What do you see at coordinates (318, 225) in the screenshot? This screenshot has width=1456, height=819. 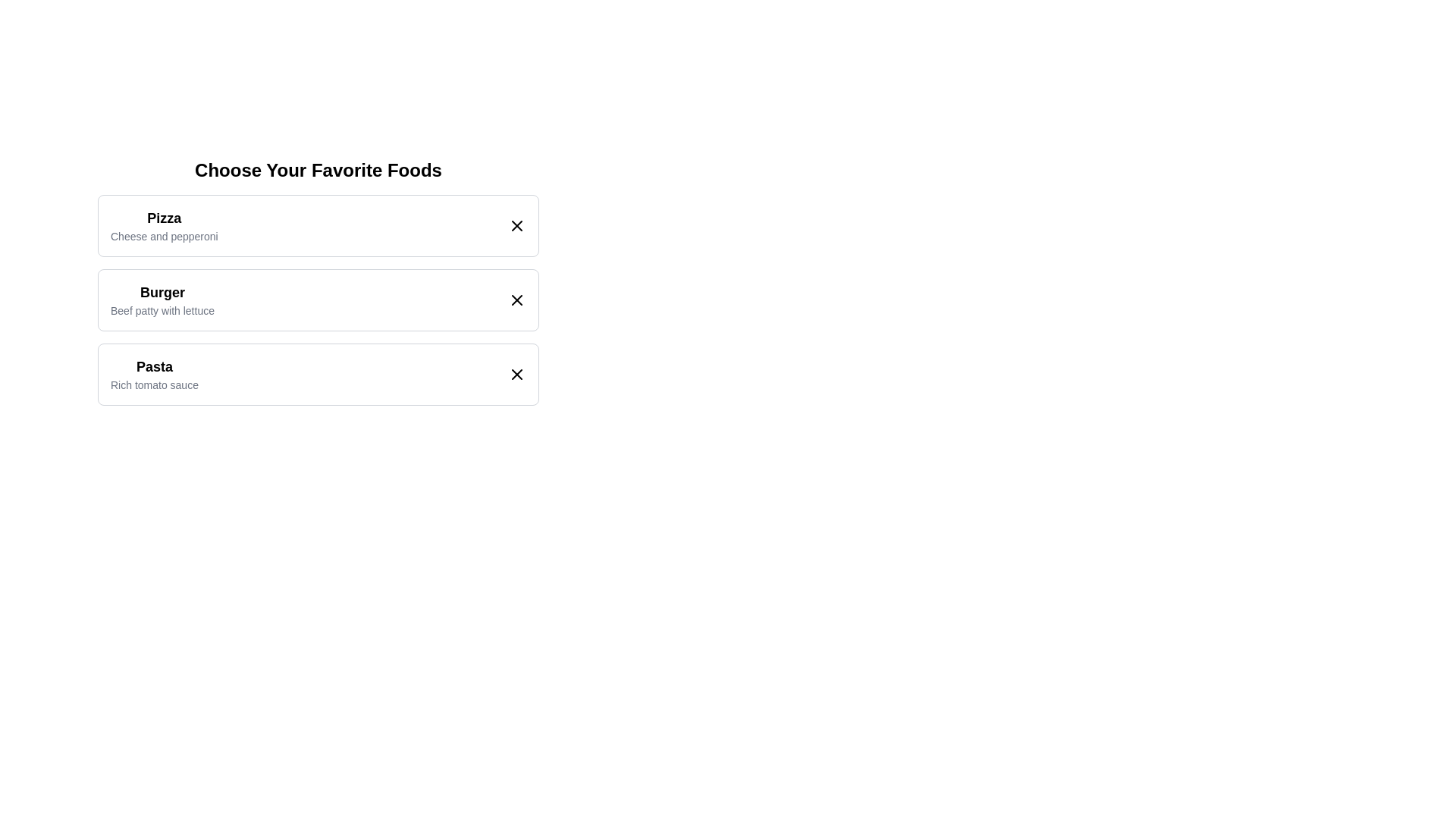 I see `the interactive list item representing 'Pizza - Cheese and pepperoni'` at bounding box center [318, 225].